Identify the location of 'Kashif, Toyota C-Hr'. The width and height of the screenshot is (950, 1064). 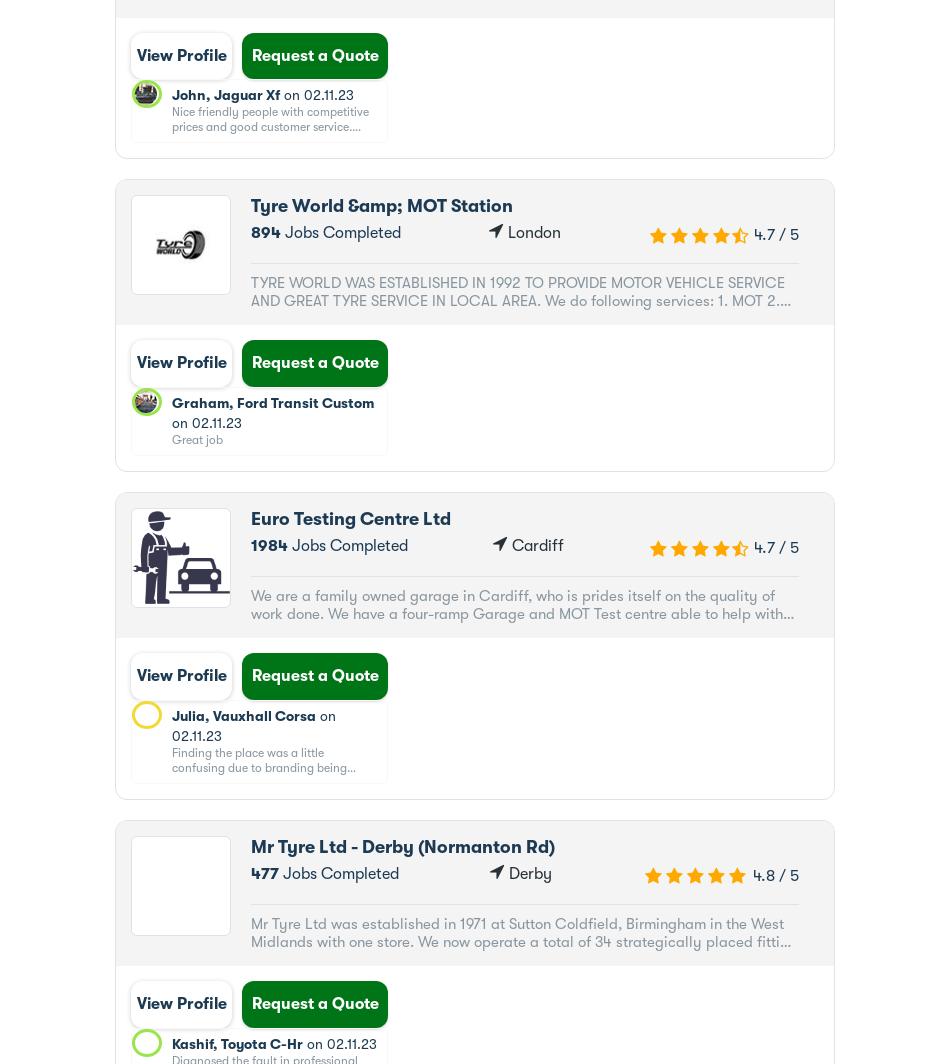
(237, 1043).